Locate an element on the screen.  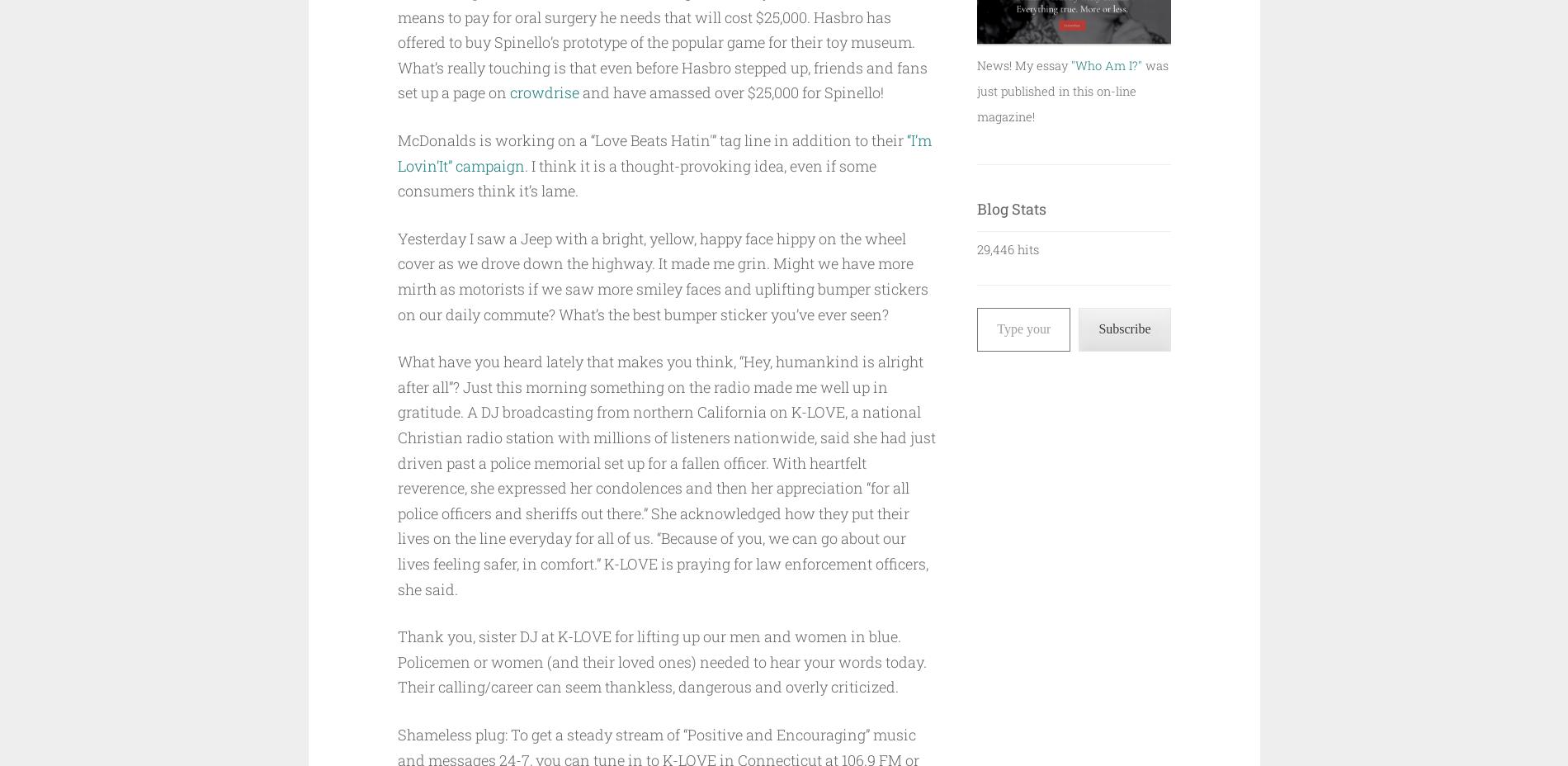
'was just published in this on-line magazine!' is located at coordinates (1071, 89).